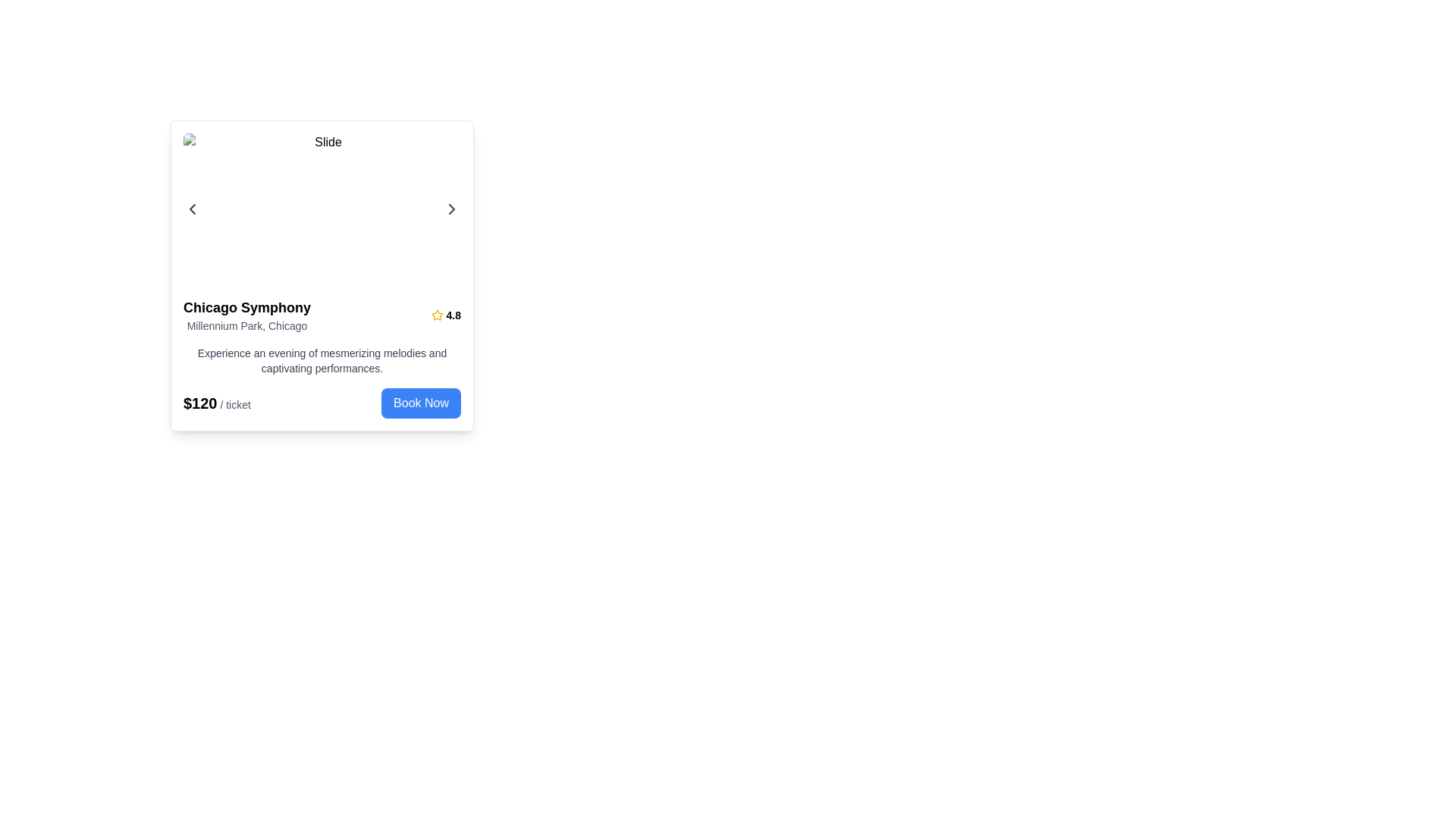  Describe the element at coordinates (216, 403) in the screenshot. I see `price text element displaying '$120 / ticket', which is located at the bottom-left of the card-style UI component` at that location.